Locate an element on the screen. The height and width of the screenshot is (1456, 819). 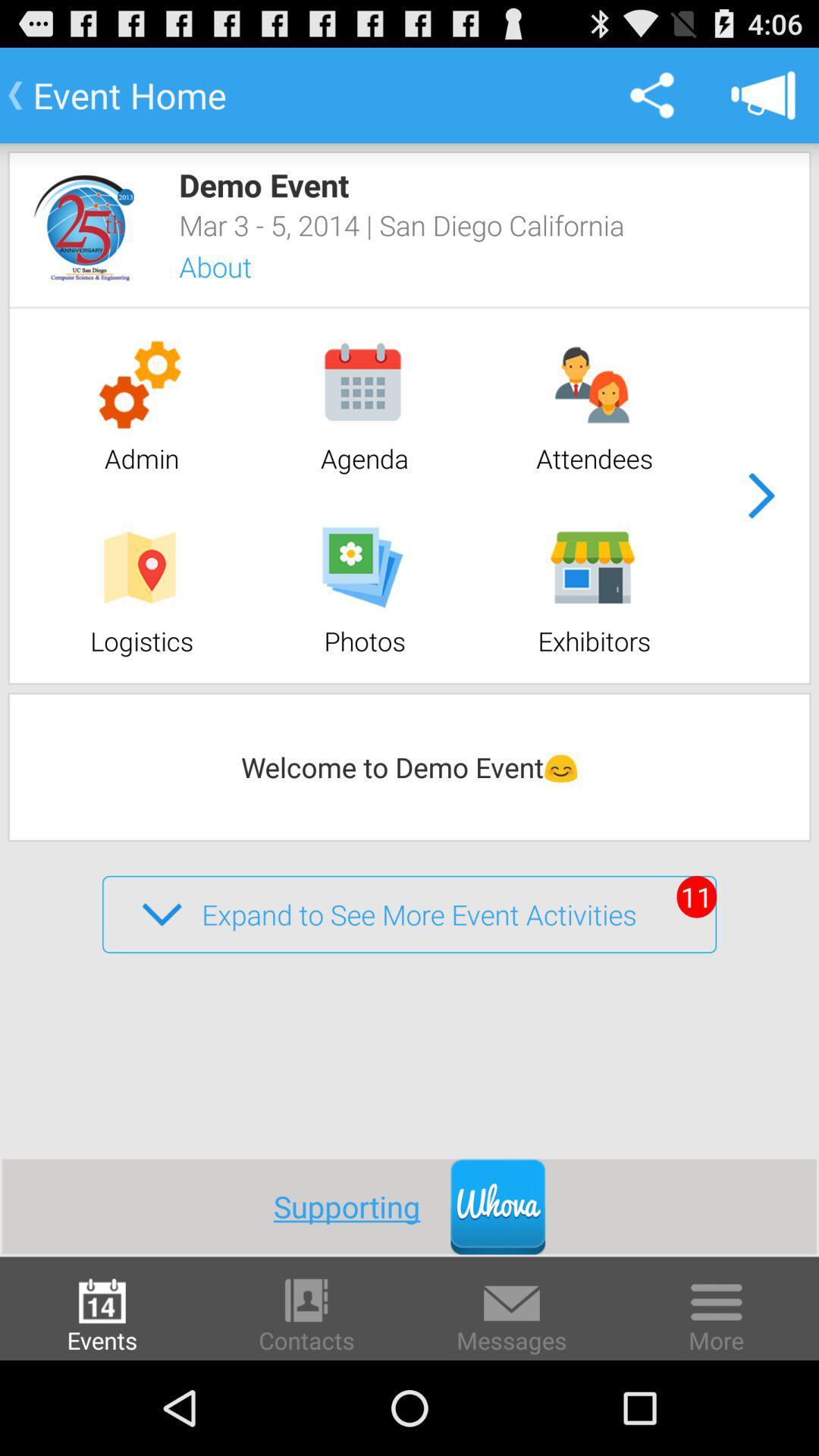
the item to the right of event home is located at coordinates (651, 94).